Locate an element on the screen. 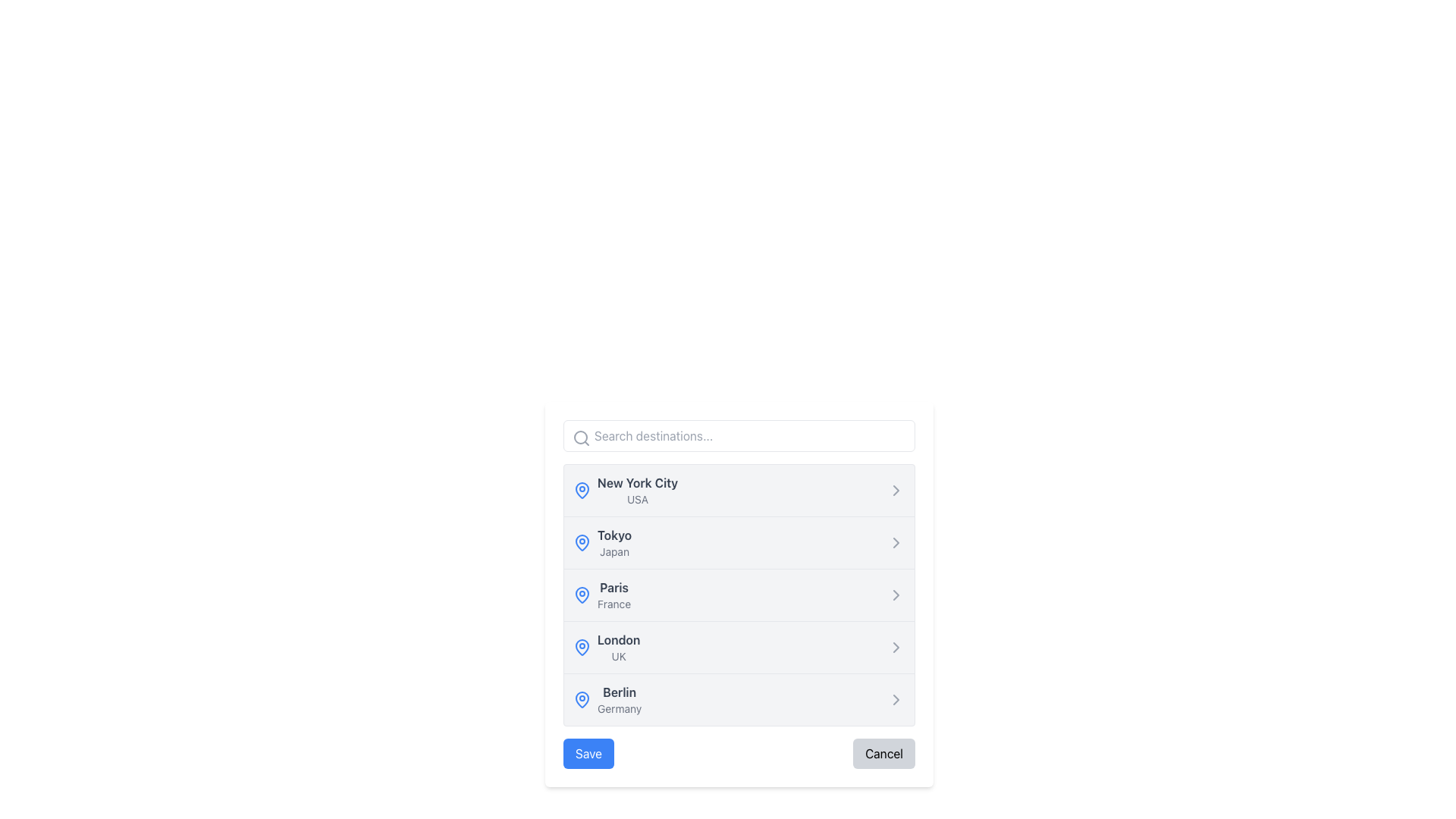 The width and height of the screenshot is (1456, 819). the right-pointing chevron arrow icon located in the third list item next to 'Paris' and 'France' is located at coordinates (896, 595).